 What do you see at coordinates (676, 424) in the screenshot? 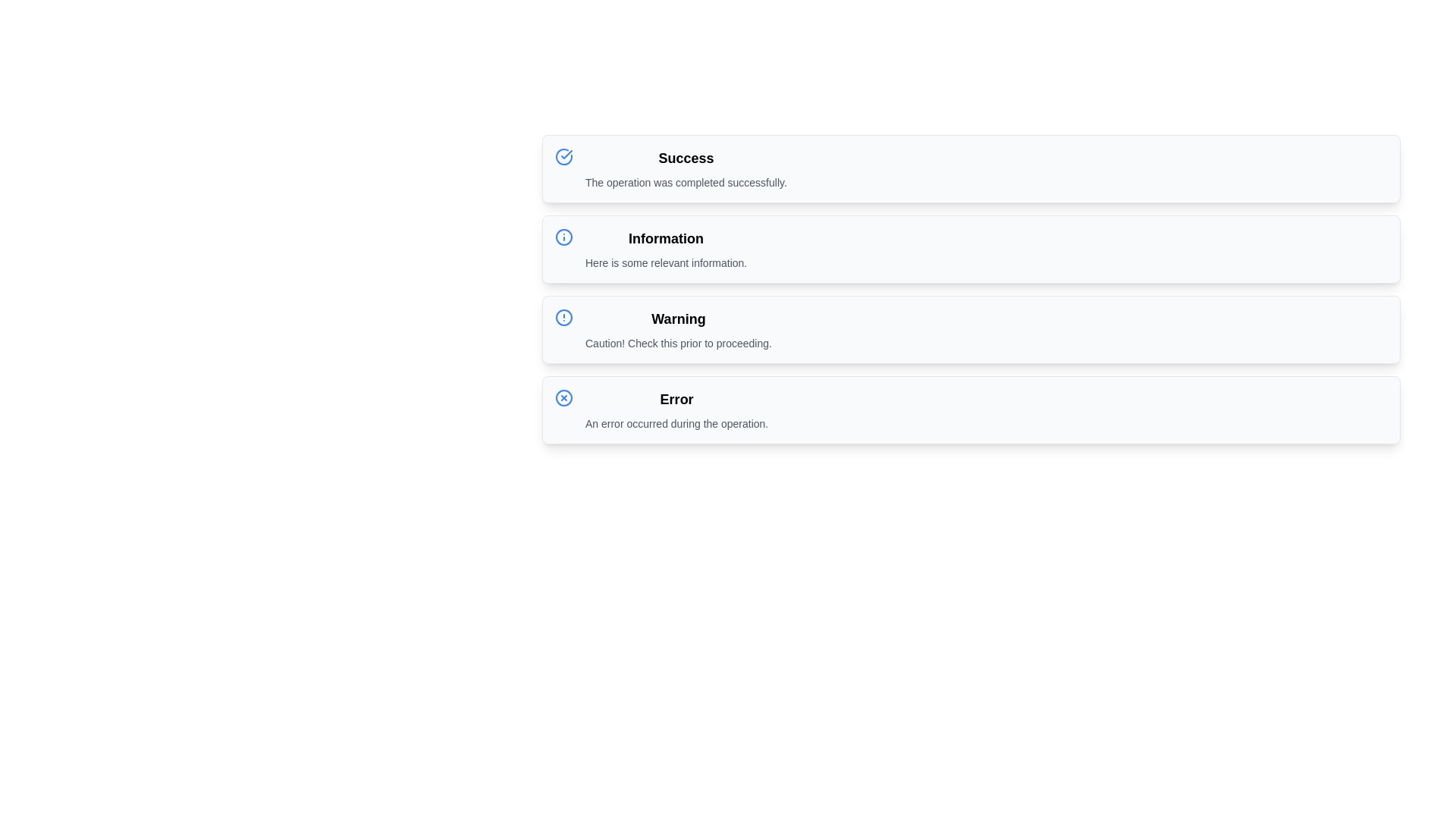
I see `the text label that reads 'An error occurred during the operation.' which is styled in a small gray font and positioned below the bold 'Error' heading` at bounding box center [676, 424].